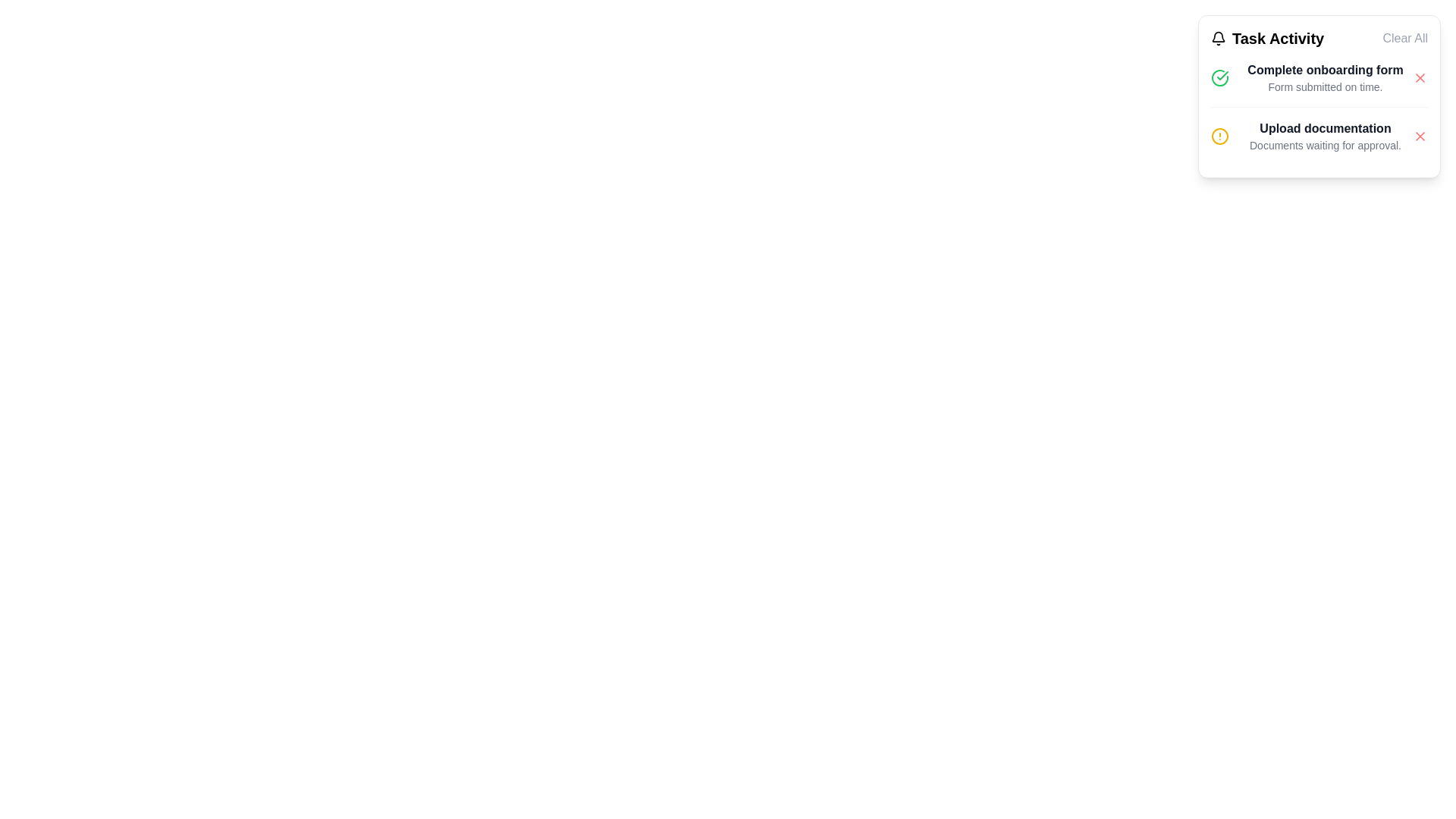  What do you see at coordinates (1219, 36) in the screenshot?
I see `the decorative graphic within the bell icon located in the top-left corner of the 'Task Activity' panel` at bounding box center [1219, 36].